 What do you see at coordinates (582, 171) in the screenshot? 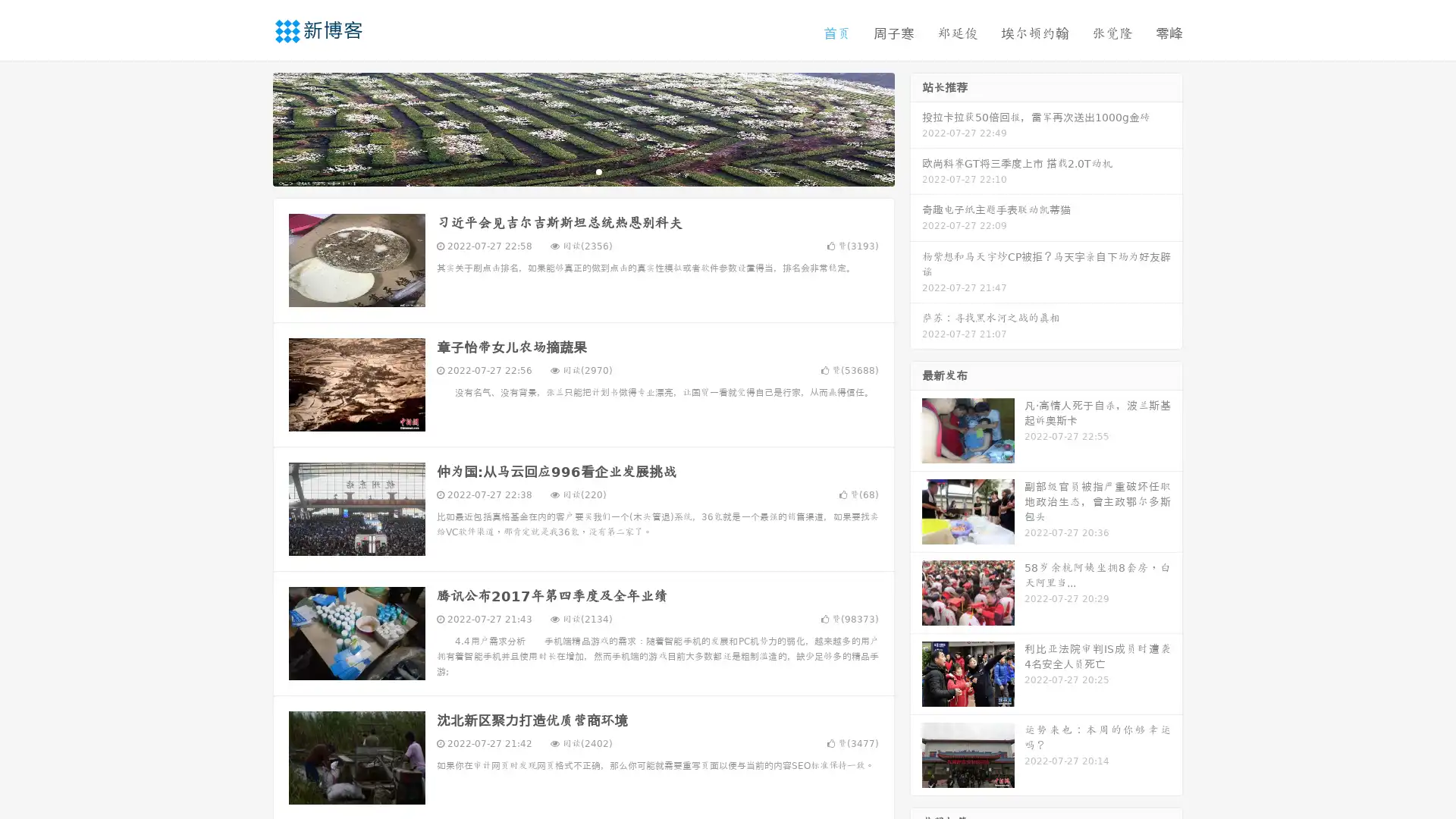
I see `Go to slide 2` at bounding box center [582, 171].